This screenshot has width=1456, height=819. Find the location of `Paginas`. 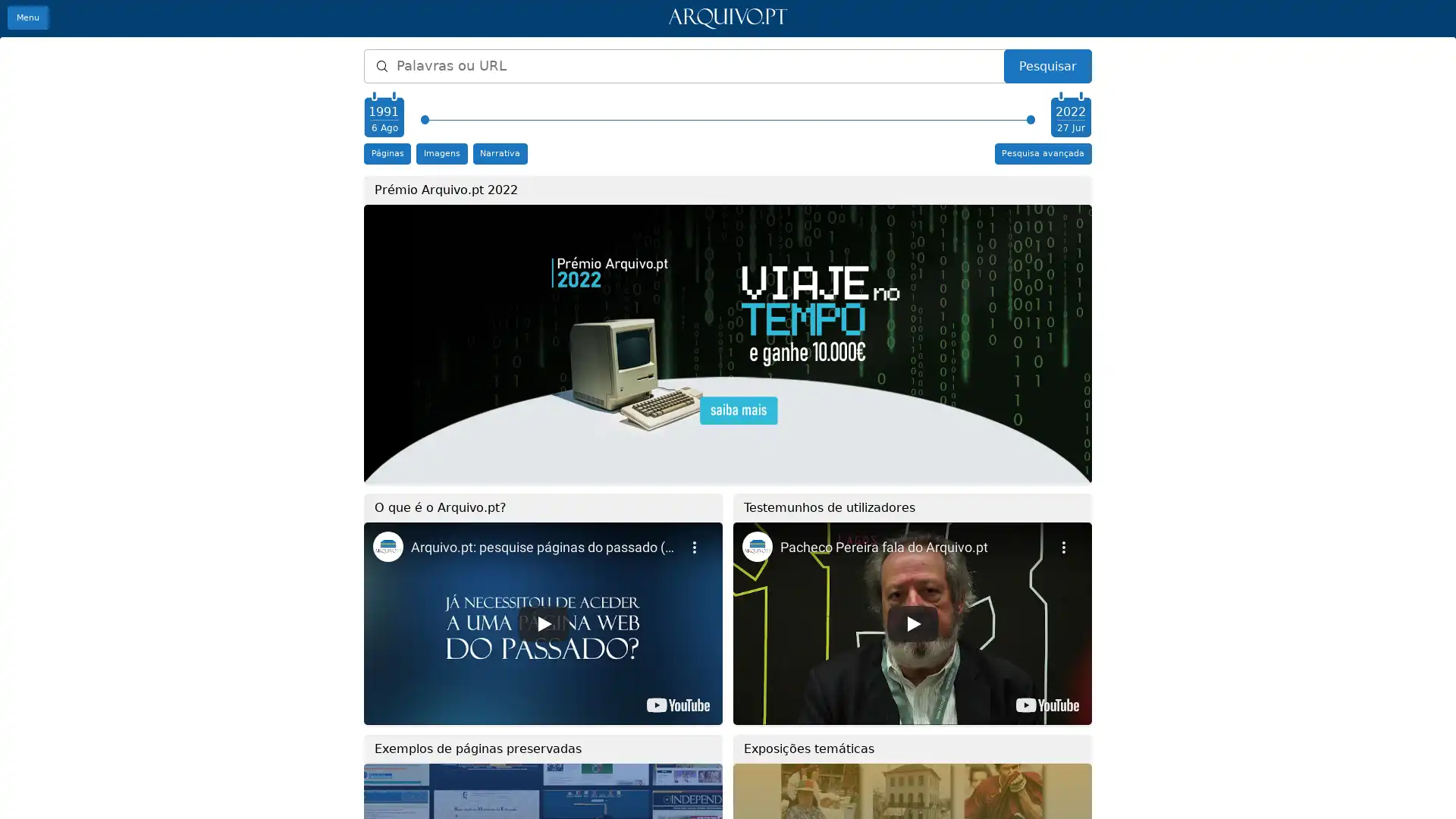

Paginas is located at coordinates (387, 153).